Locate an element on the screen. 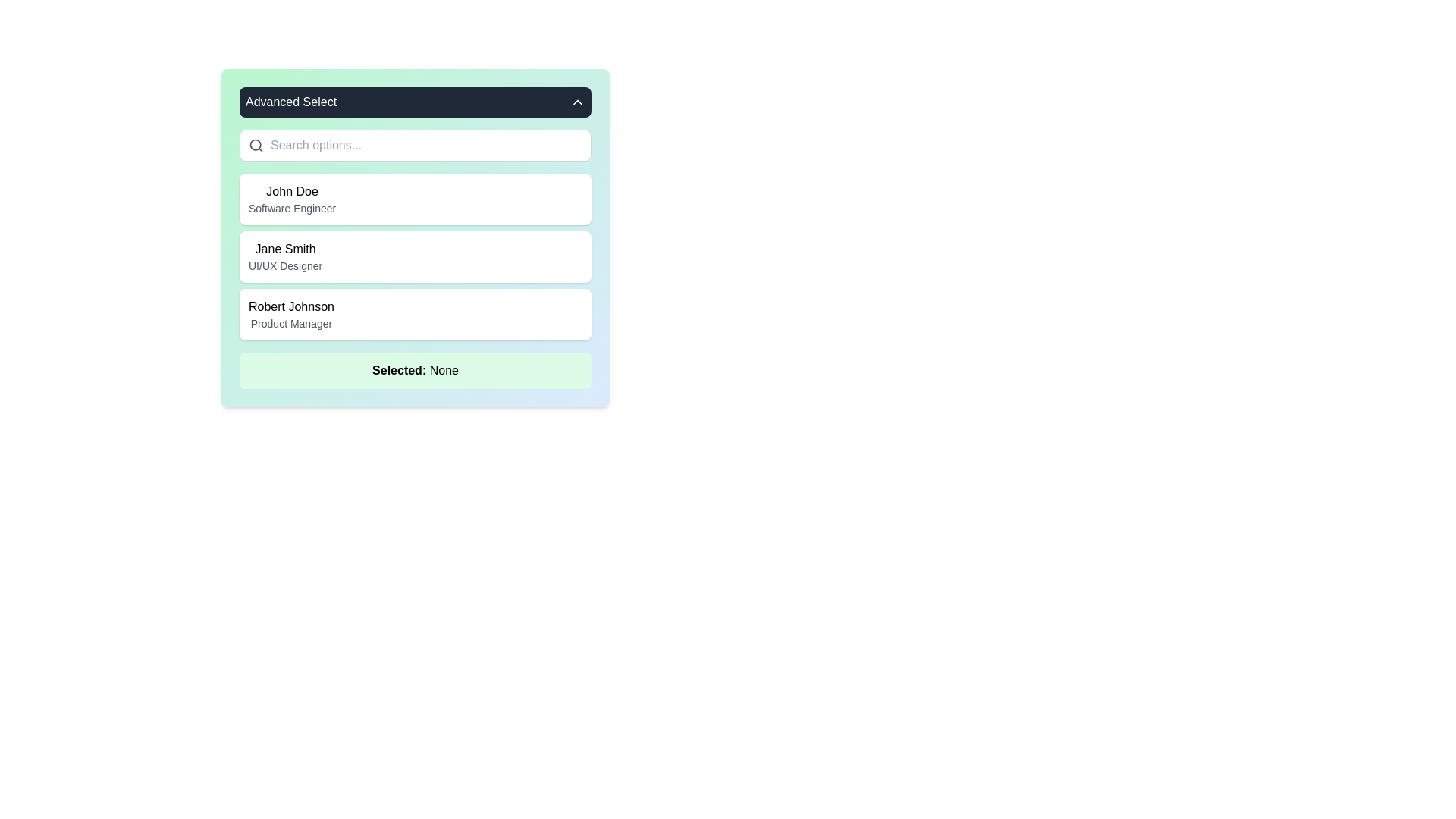 The image size is (1456, 819). the upward-pointing chevron icon located on the rightmost side of the 'Advanced Select' bar is located at coordinates (577, 102).